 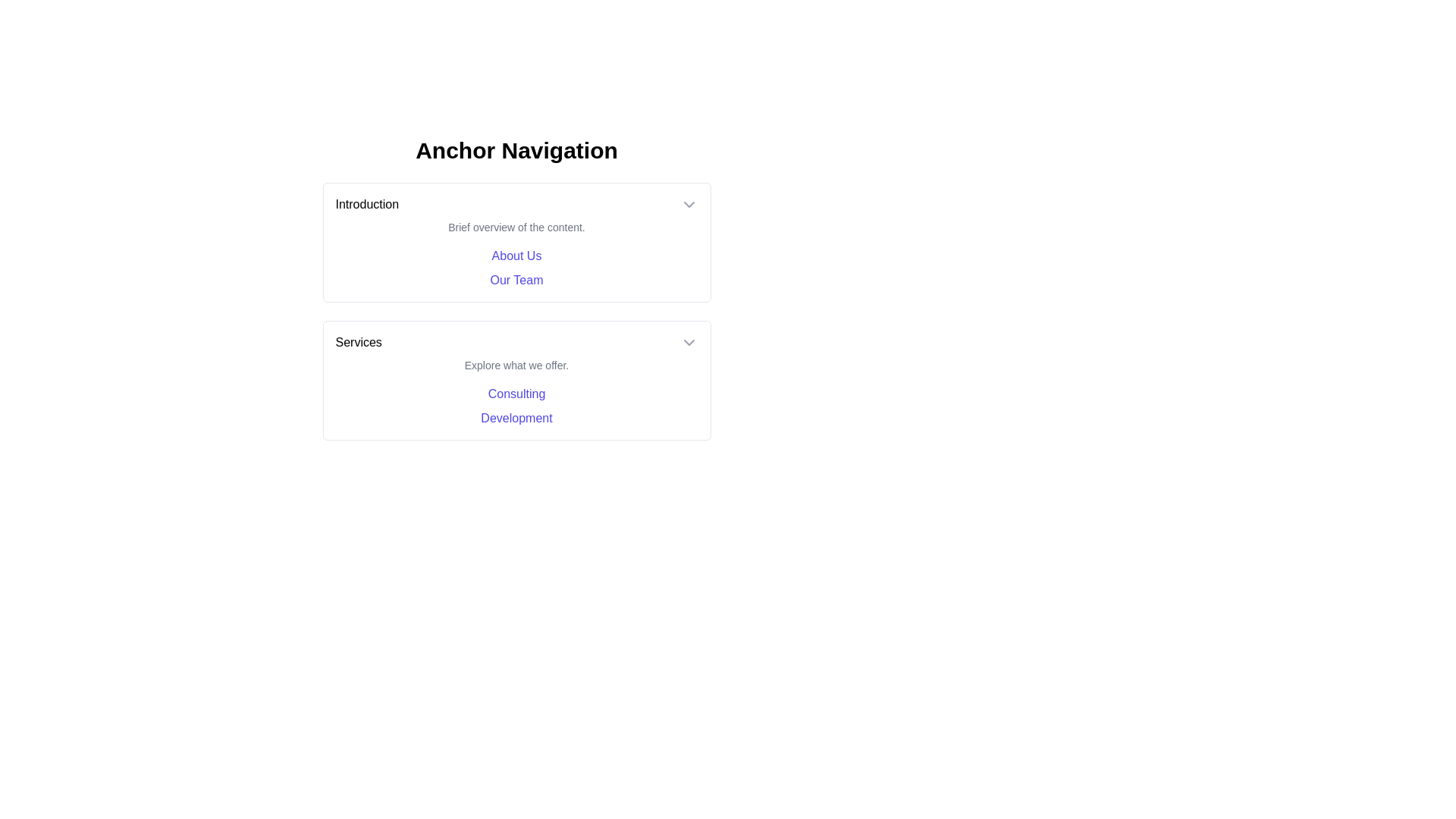 What do you see at coordinates (367, 205) in the screenshot?
I see `the Text heading at the top-left corner of the 'Anchor Navigation' section` at bounding box center [367, 205].